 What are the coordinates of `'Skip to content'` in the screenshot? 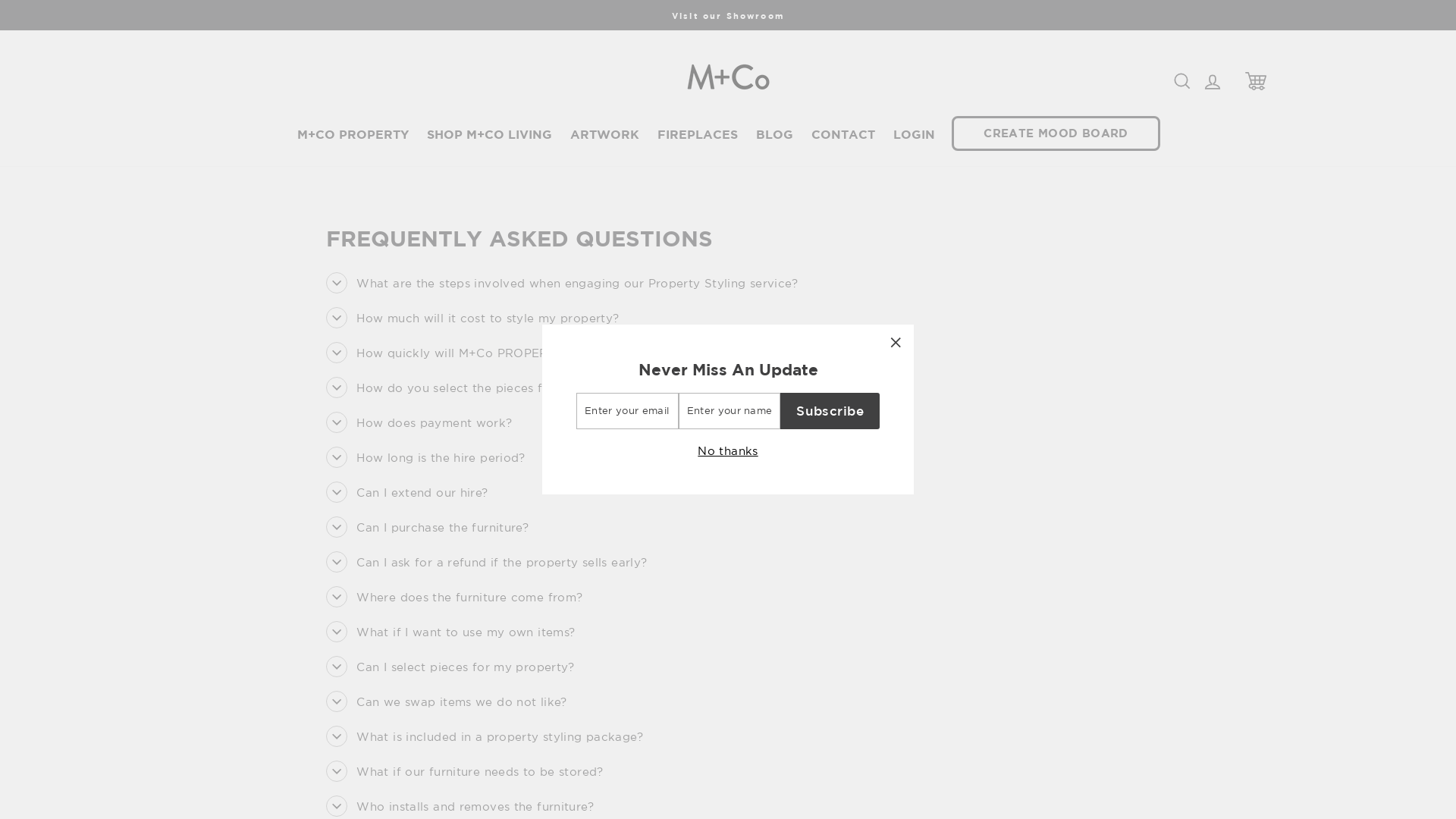 It's located at (0, 0).